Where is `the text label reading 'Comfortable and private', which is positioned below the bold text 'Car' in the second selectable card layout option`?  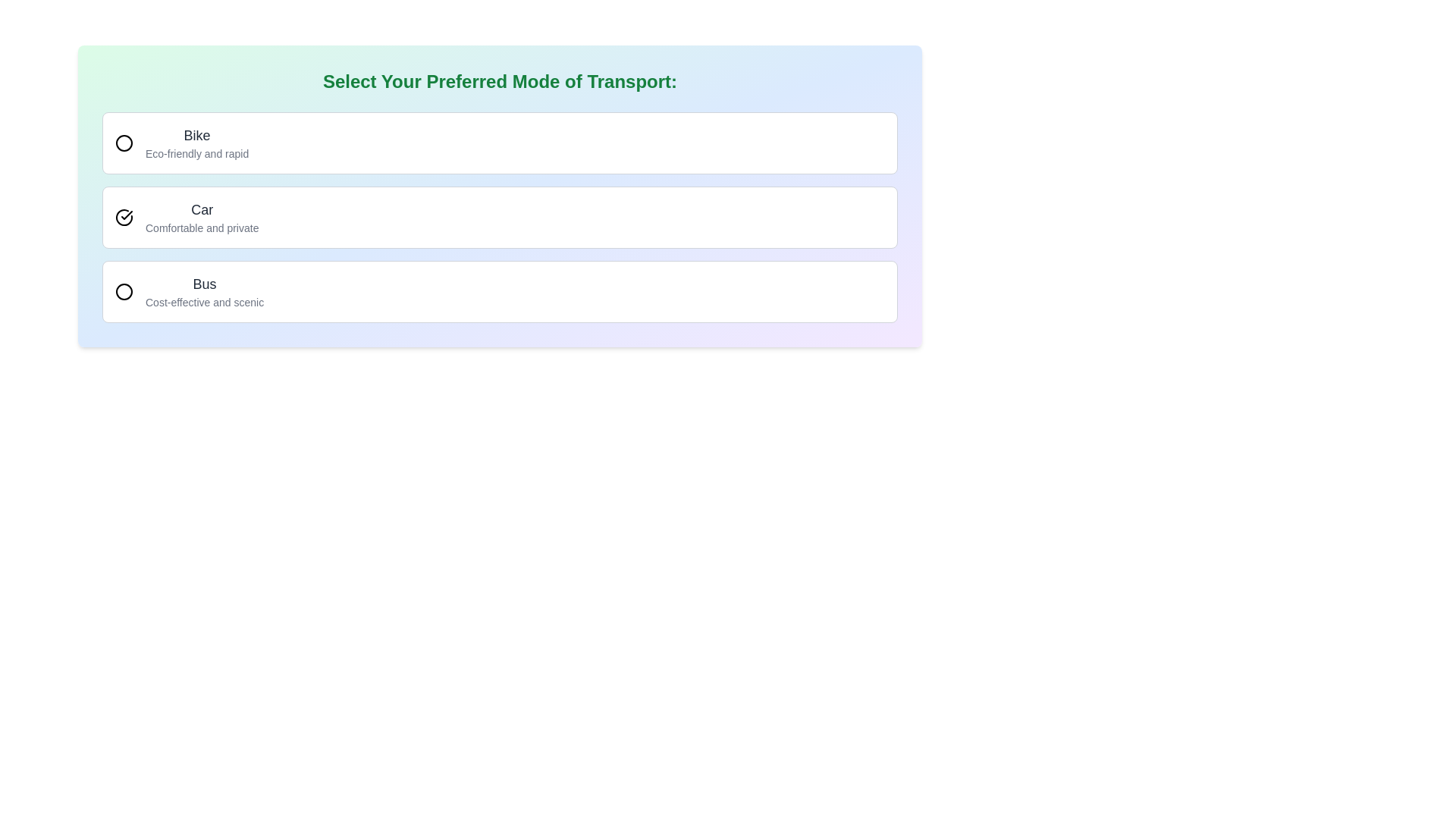 the text label reading 'Comfortable and private', which is positioned below the bold text 'Car' in the second selectable card layout option is located at coordinates (201, 227).